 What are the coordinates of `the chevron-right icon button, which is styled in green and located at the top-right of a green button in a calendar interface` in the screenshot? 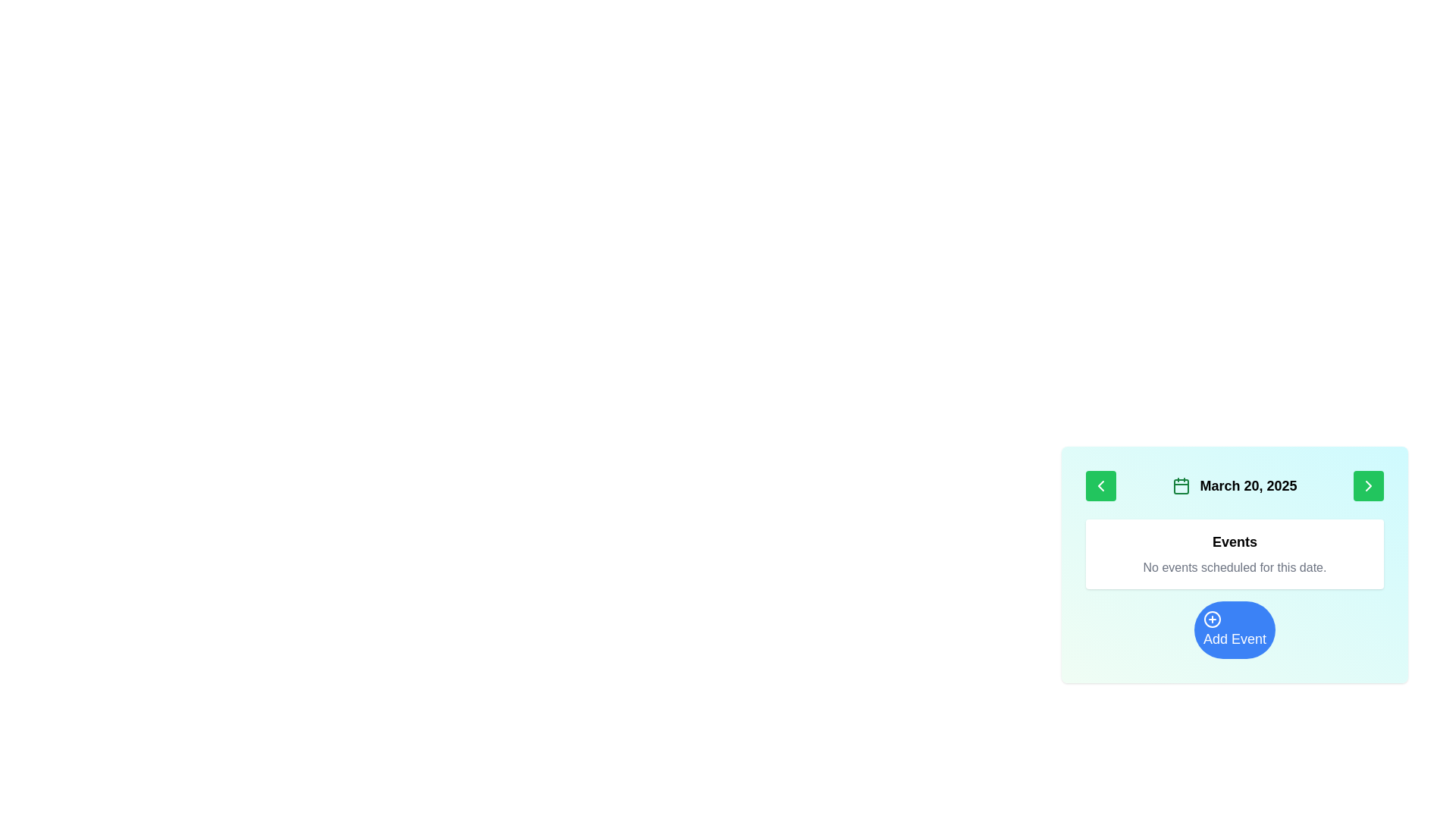 It's located at (1368, 485).